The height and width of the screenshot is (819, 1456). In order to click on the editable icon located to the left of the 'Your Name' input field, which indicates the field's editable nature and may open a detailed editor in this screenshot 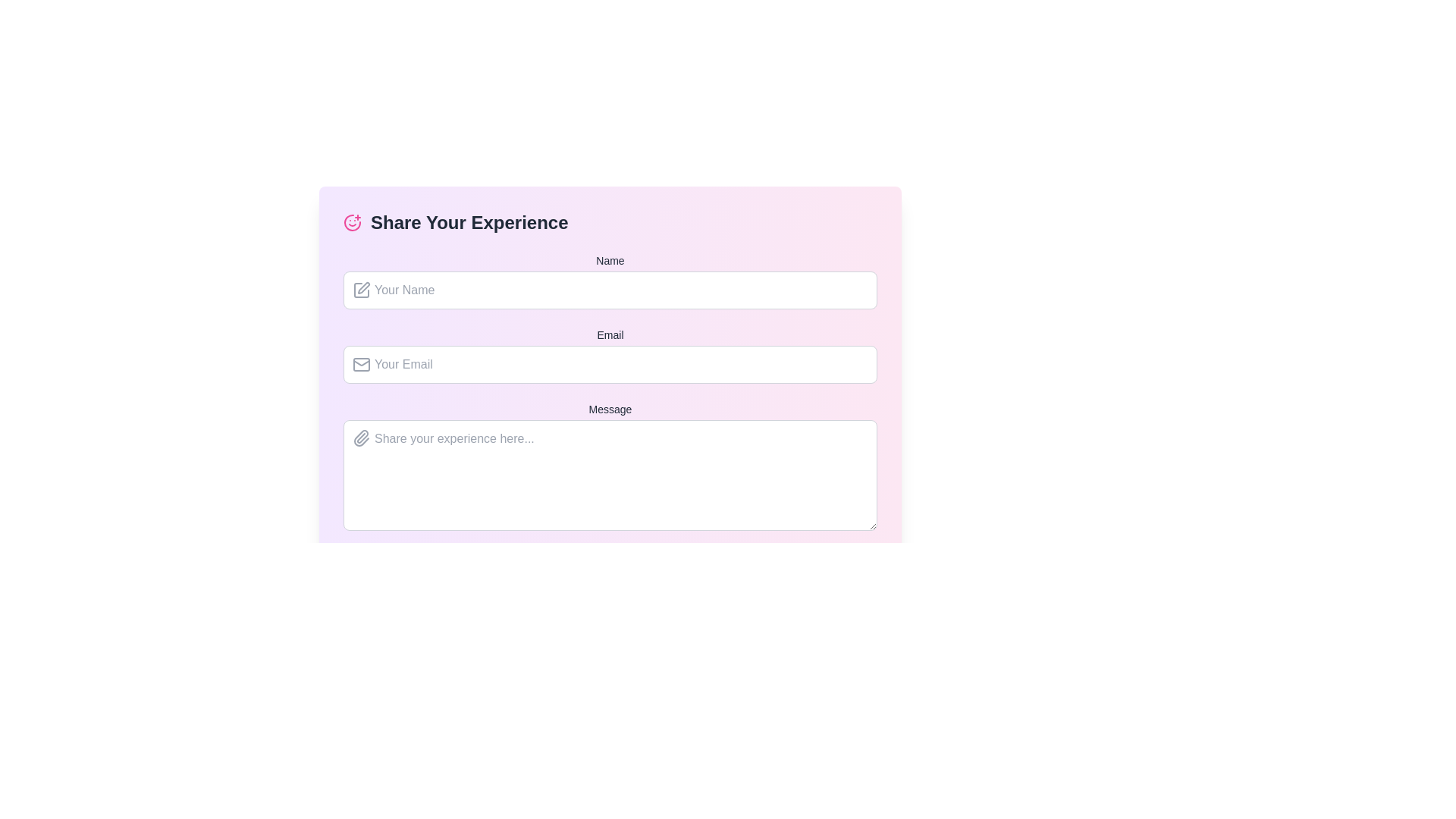, I will do `click(360, 290)`.